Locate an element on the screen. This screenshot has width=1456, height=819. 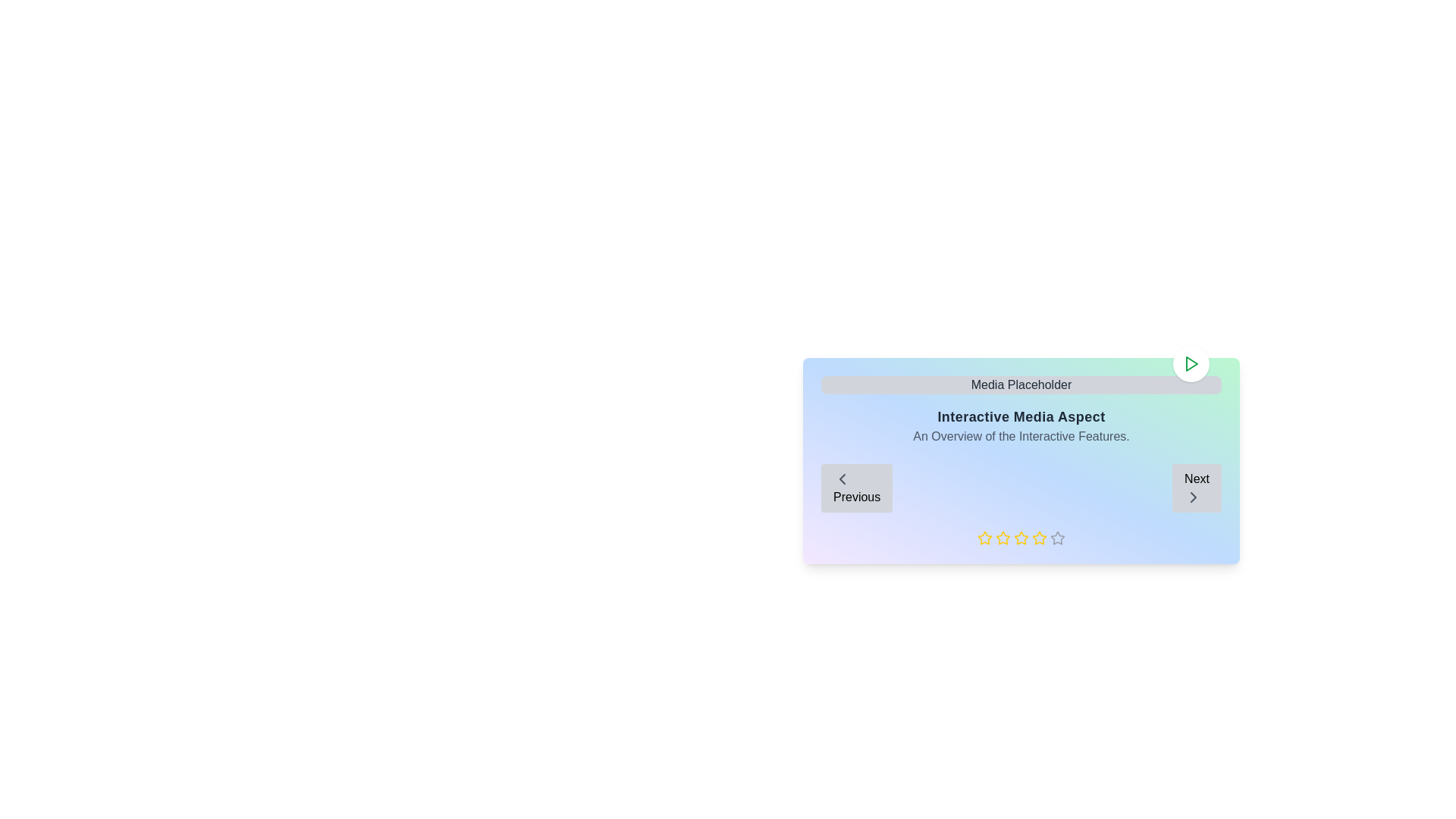
the fifth star icon in the rating feature, which is part of a horizontal row of six stars located at the lower section of the card interface is located at coordinates (1021, 537).